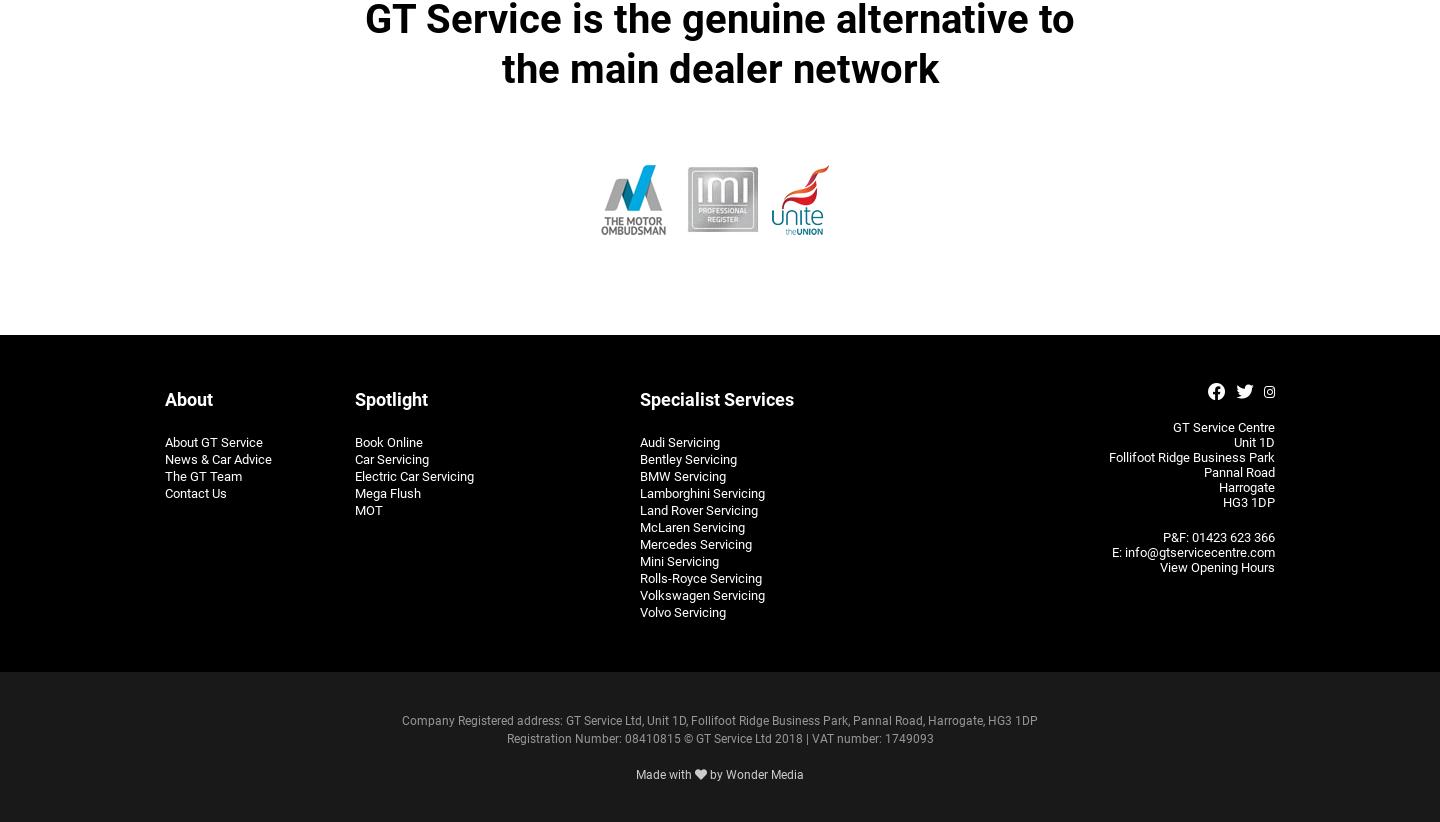 This screenshot has height=822, width=1440. I want to click on 'by', so click(716, 772).